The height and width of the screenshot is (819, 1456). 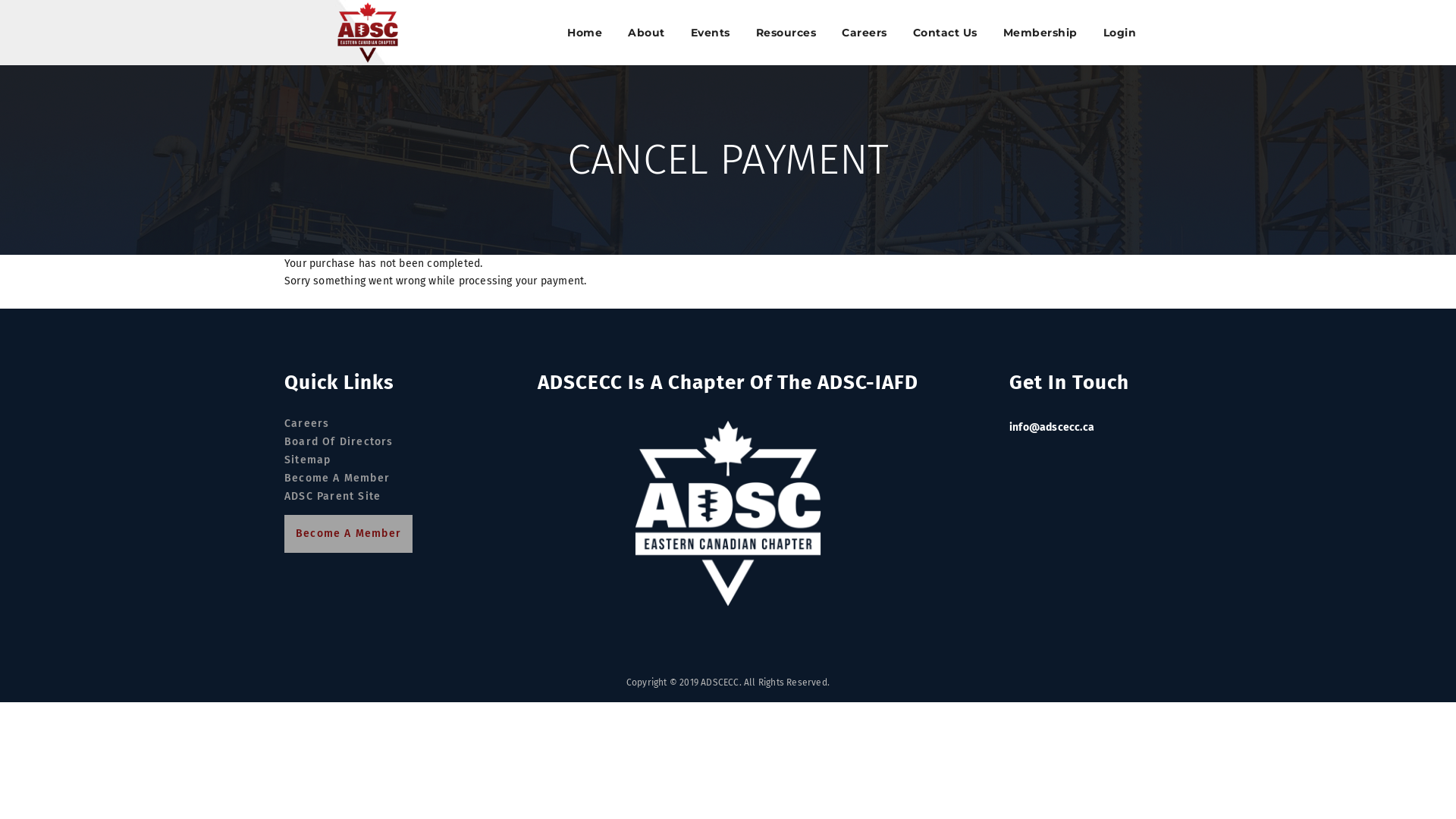 What do you see at coordinates (786, 32) in the screenshot?
I see `'Resources'` at bounding box center [786, 32].